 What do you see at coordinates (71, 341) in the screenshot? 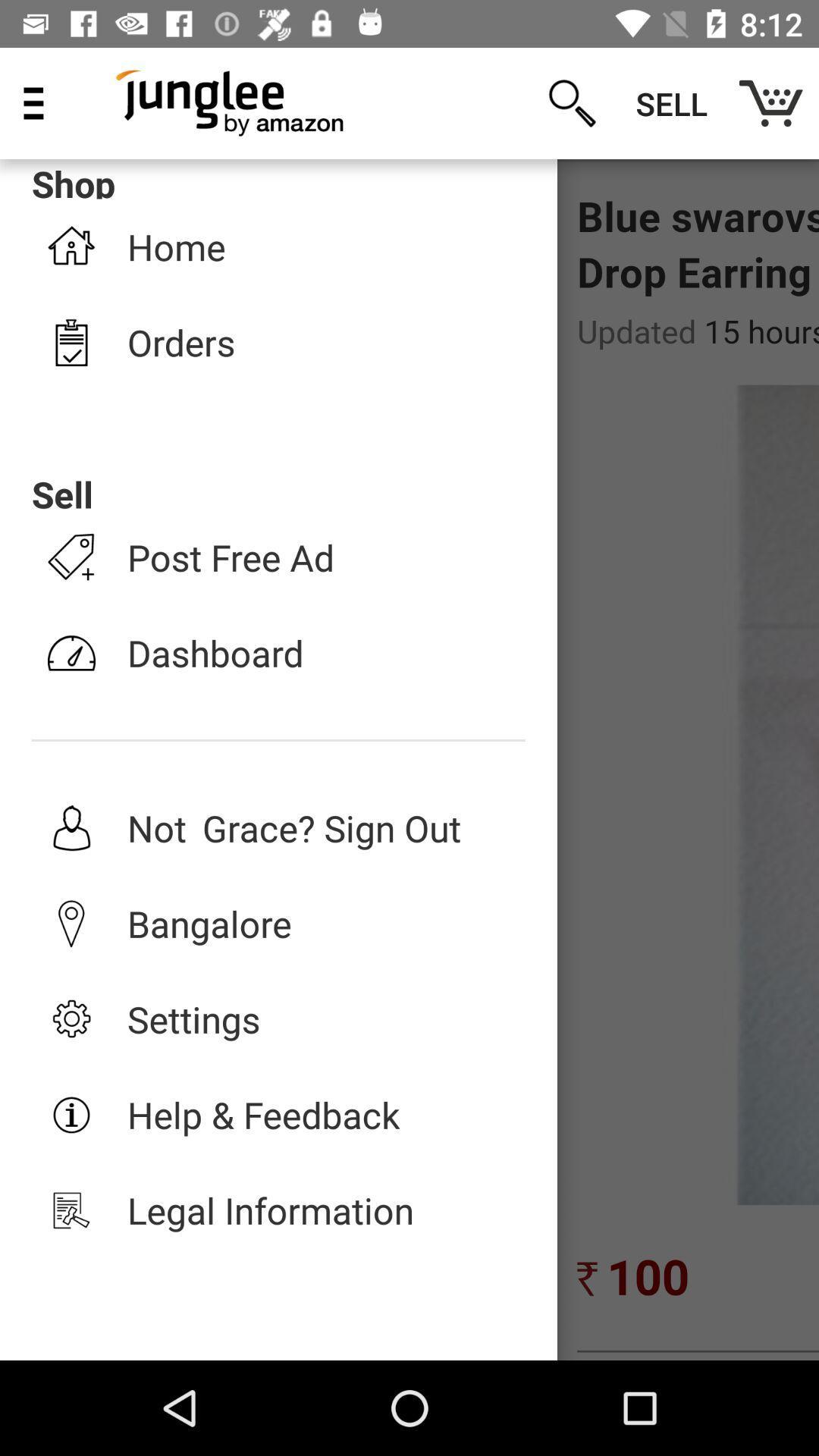
I see `the 2nd icon from the shop list` at bounding box center [71, 341].